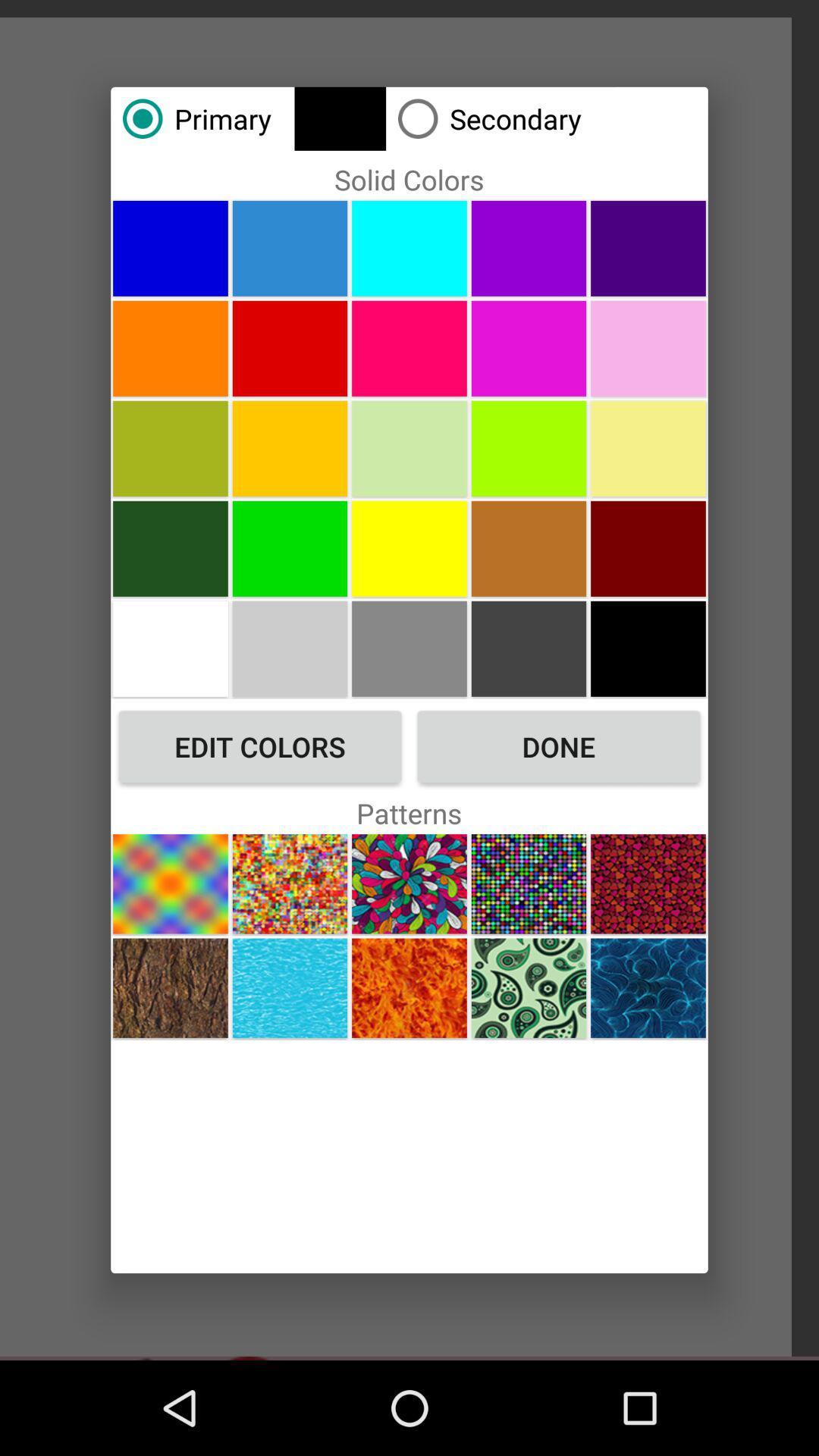 Image resolution: width=819 pixels, height=1456 pixels. What do you see at coordinates (409, 648) in the screenshot?
I see `gold color` at bounding box center [409, 648].